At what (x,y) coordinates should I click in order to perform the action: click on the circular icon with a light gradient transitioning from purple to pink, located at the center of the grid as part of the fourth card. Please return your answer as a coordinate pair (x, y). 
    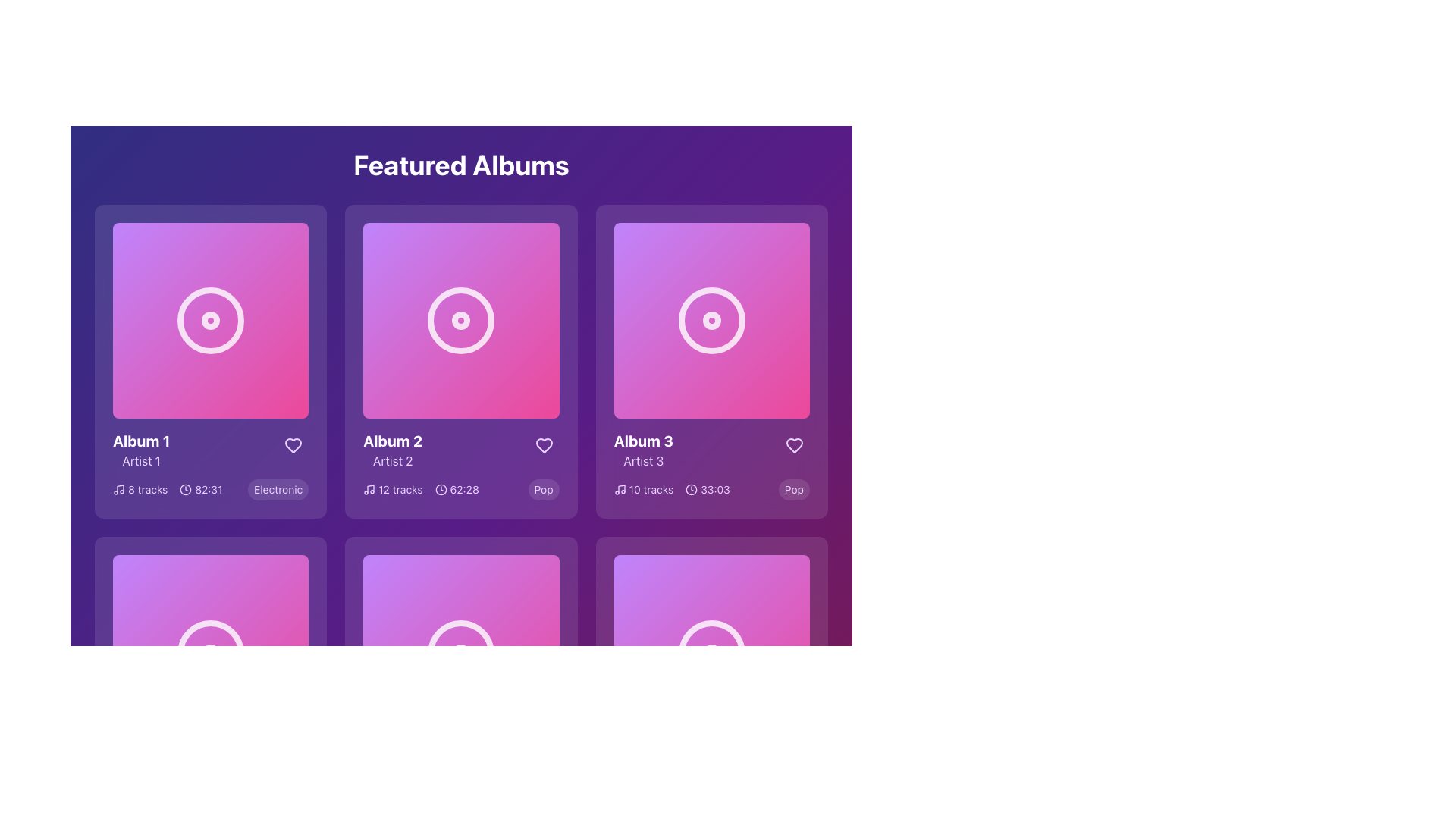
    Looking at the image, I should click on (460, 652).